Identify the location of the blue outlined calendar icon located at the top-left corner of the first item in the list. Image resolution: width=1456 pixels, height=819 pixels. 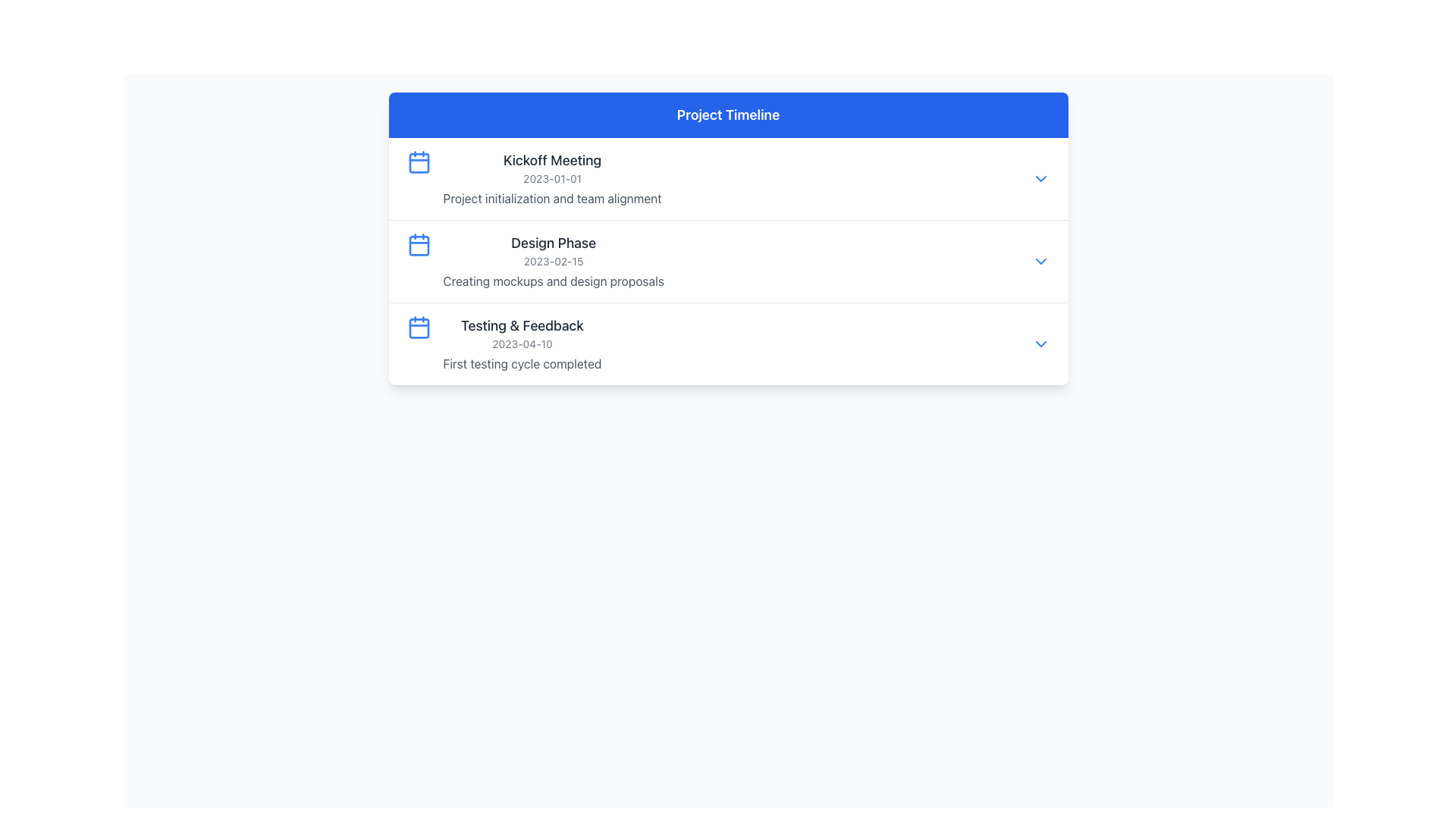
(419, 162).